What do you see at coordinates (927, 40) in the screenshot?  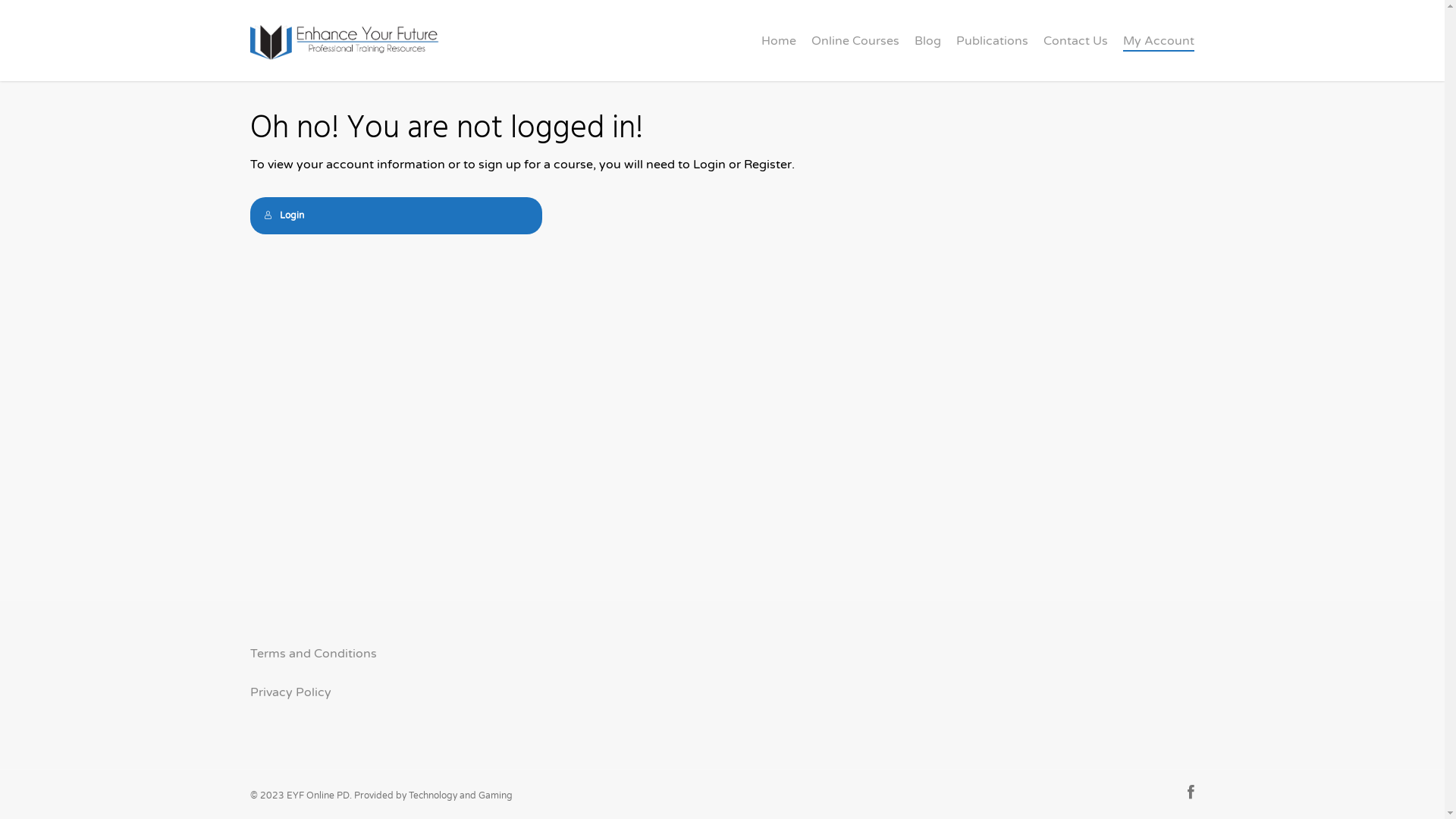 I see `'Blog'` at bounding box center [927, 40].